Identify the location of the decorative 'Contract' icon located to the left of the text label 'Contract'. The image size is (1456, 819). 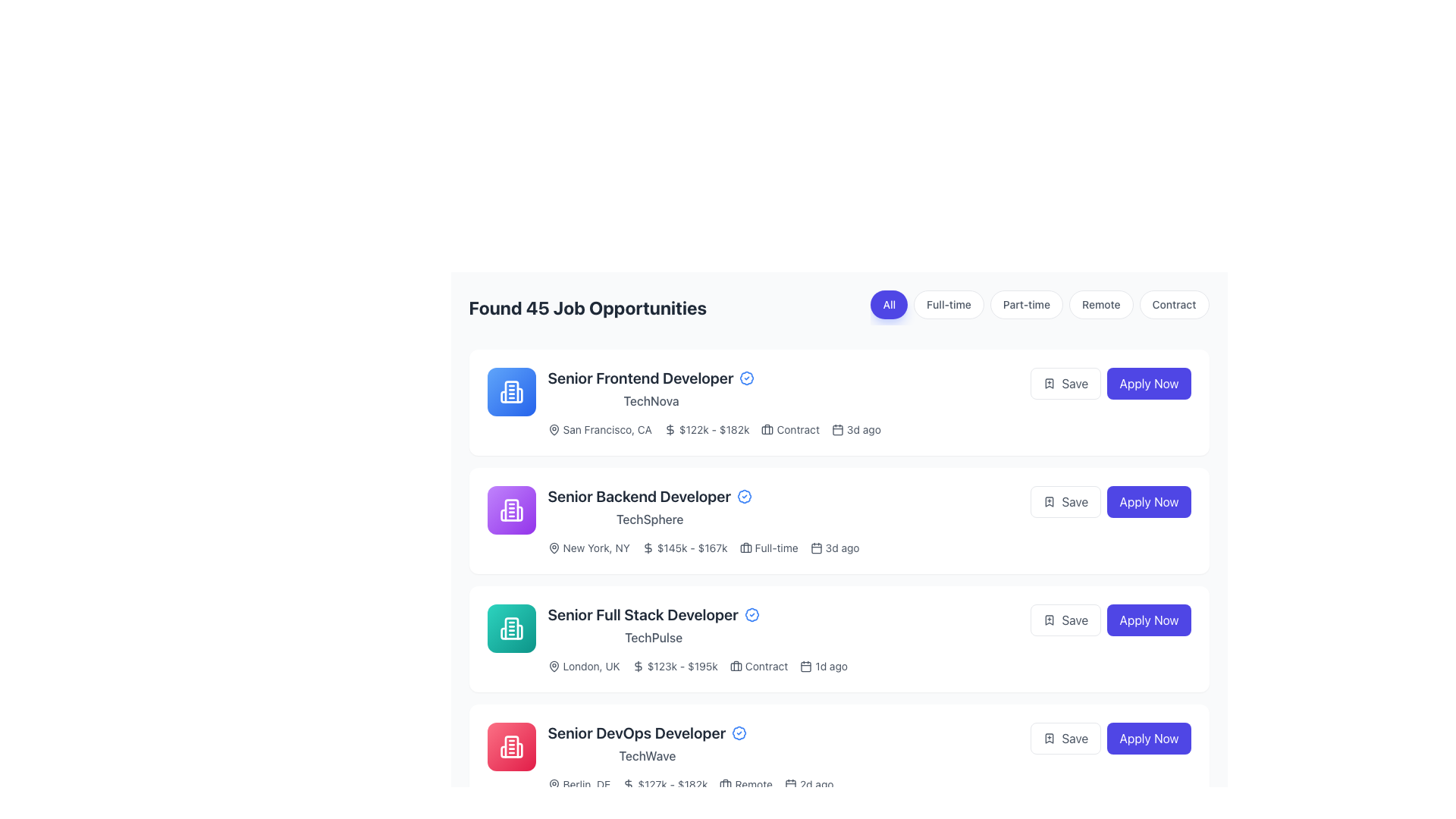
(736, 666).